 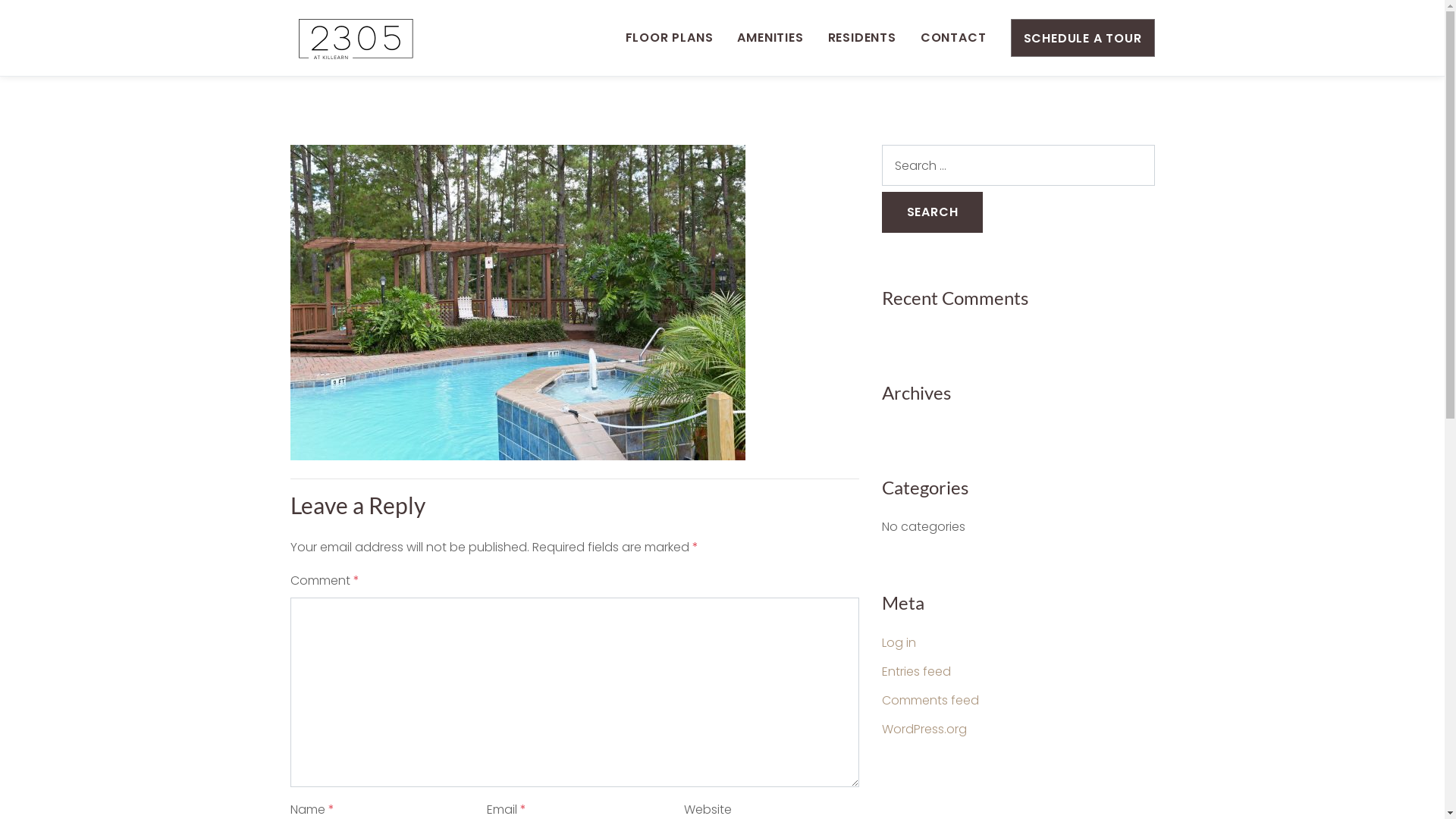 I want to click on 'AMENITIES', so click(x=770, y=37).